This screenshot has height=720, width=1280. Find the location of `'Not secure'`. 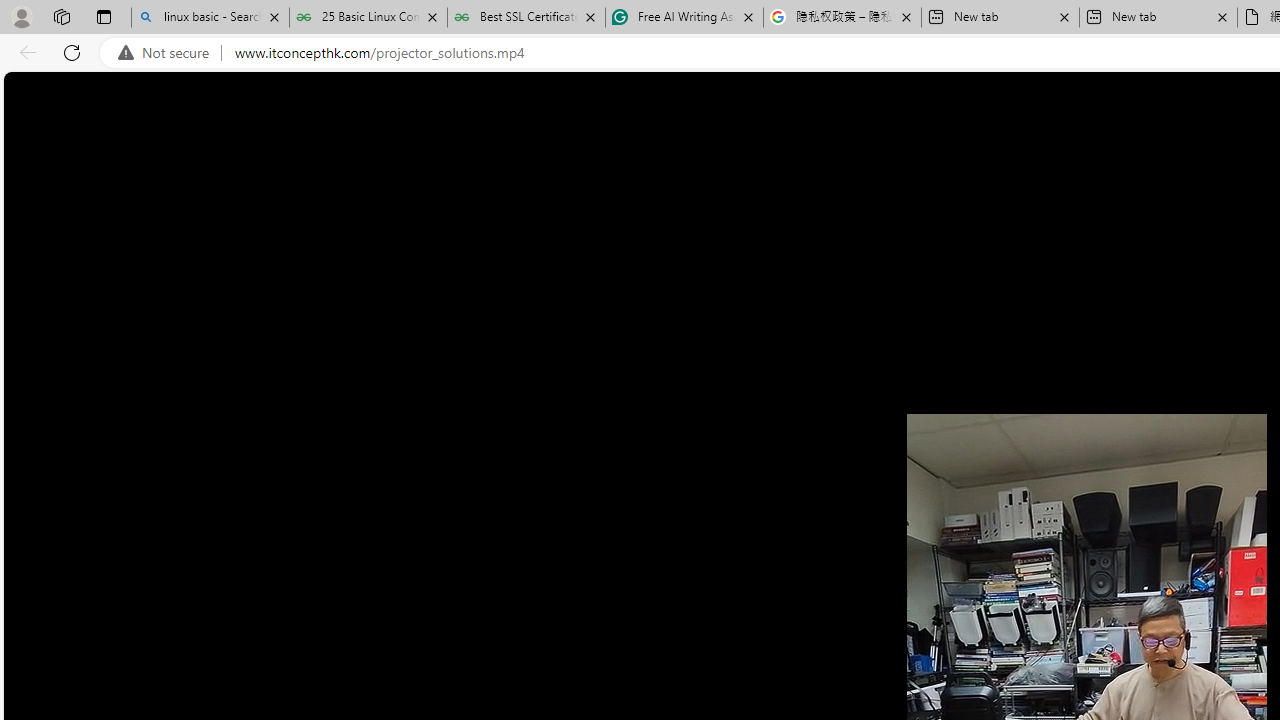

'Not secure' is located at coordinates (168, 52).